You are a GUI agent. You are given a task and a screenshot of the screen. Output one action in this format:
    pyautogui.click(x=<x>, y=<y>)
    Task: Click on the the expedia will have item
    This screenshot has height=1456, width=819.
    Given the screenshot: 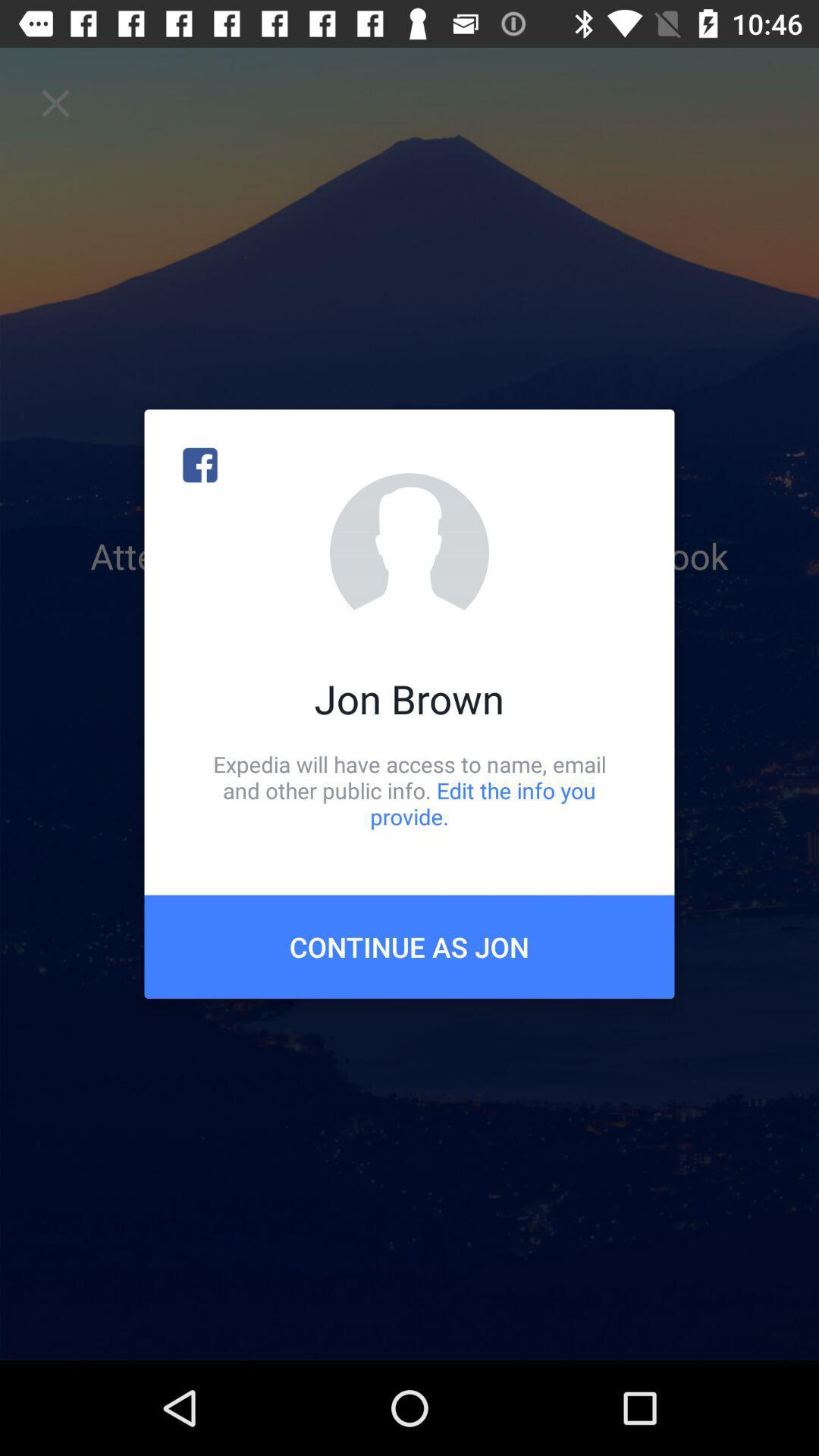 What is the action you would take?
    pyautogui.click(x=409, y=789)
    